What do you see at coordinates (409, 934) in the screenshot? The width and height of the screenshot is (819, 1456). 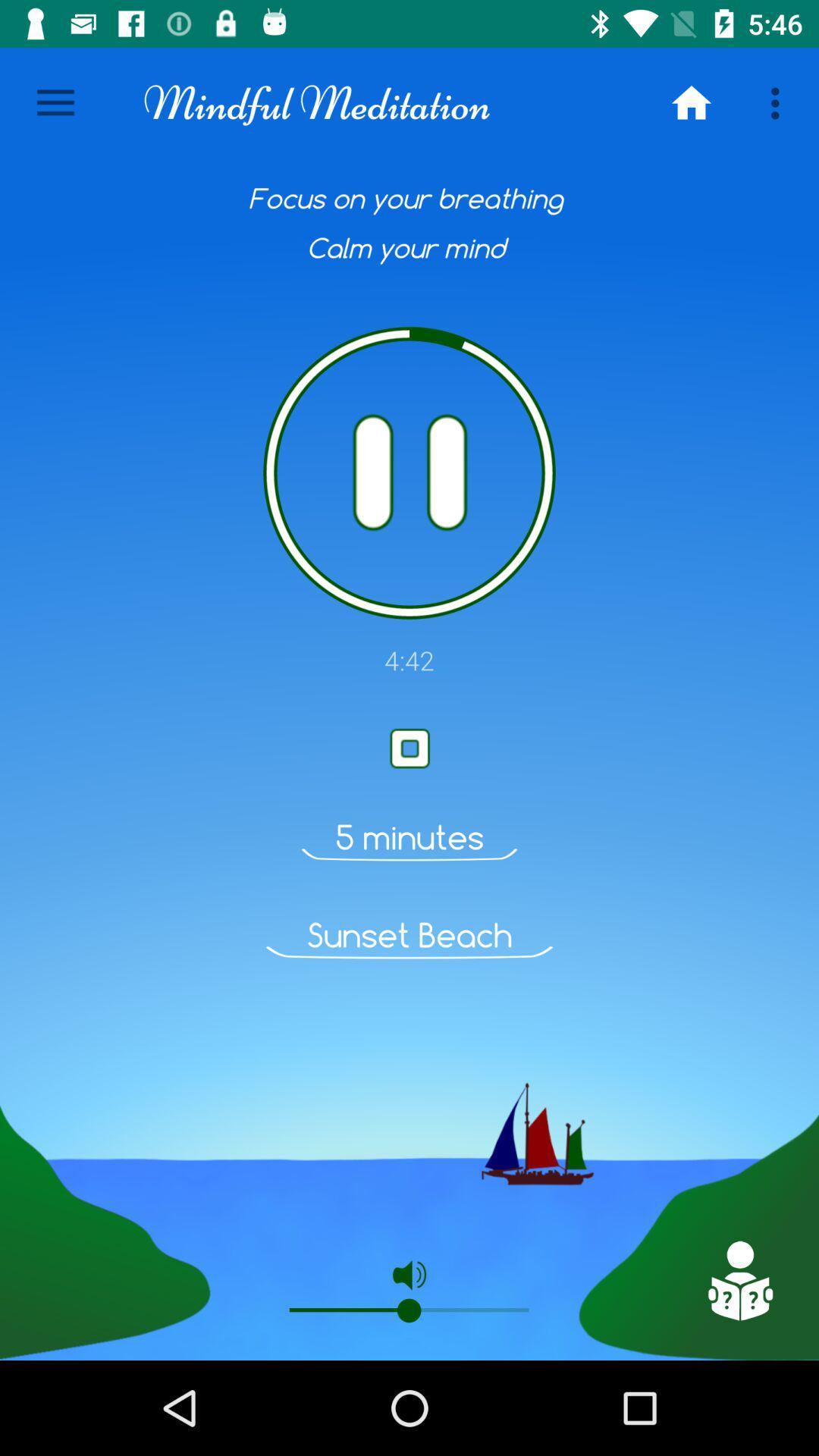 I see `sunset beach` at bounding box center [409, 934].